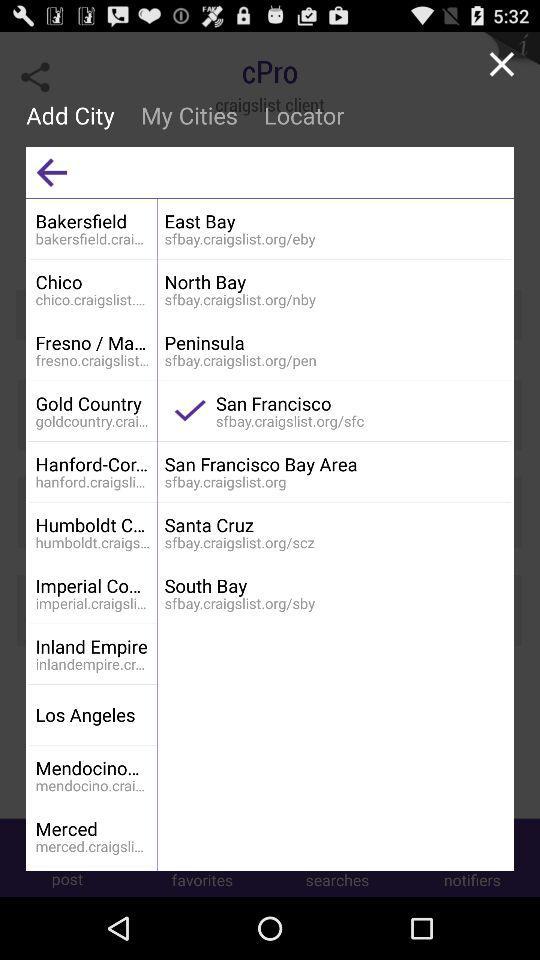 Image resolution: width=540 pixels, height=960 pixels. I want to click on item below the chico.craigslist.org item, so click(92, 342).